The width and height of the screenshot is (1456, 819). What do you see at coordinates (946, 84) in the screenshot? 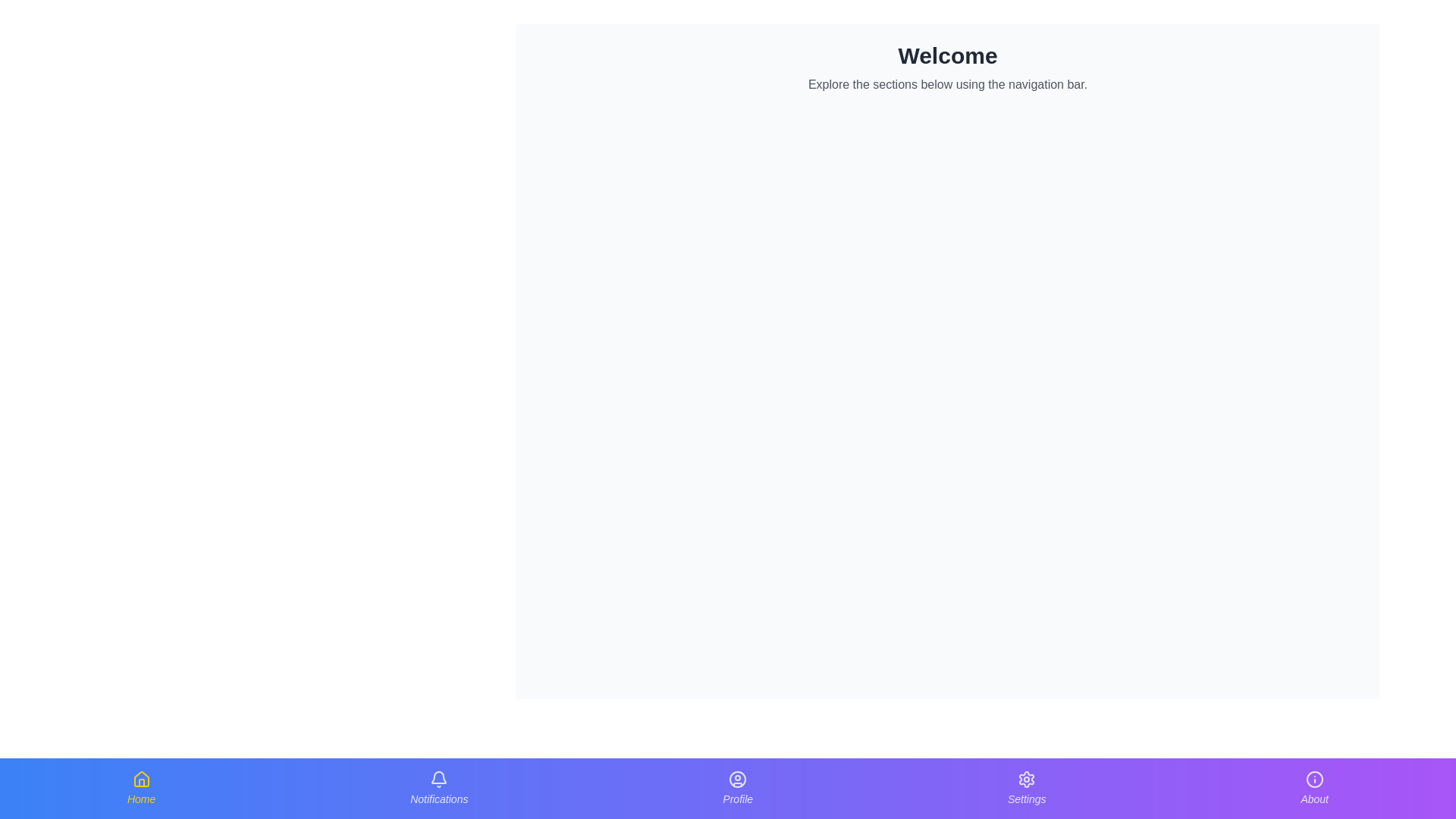
I see `text label displaying 'Explore the sections below using the navigation bar.' which is centered below the heading 'Welcome.'` at bounding box center [946, 84].